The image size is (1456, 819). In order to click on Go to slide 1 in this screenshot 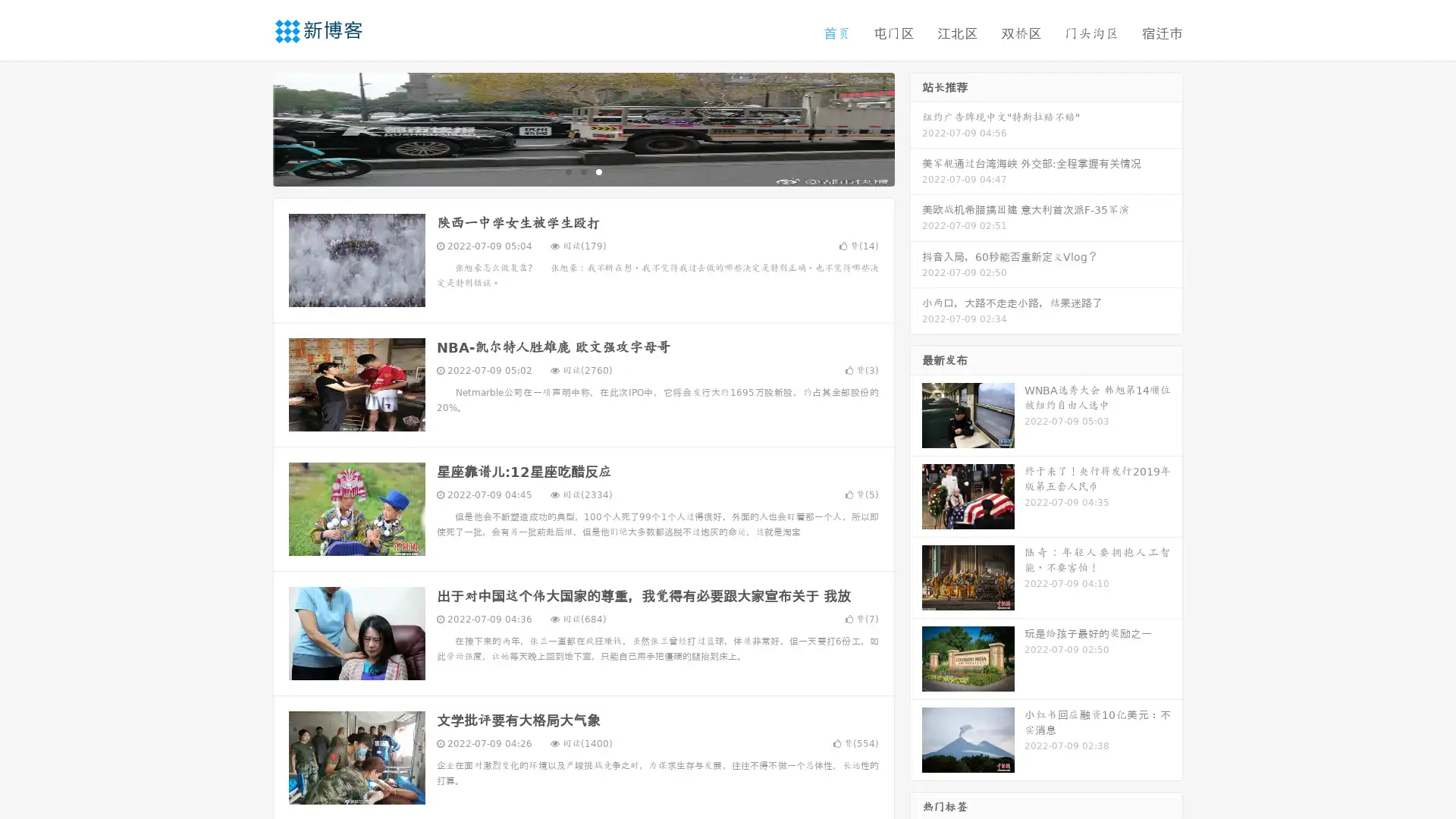, I will do `click(567, 171)`.